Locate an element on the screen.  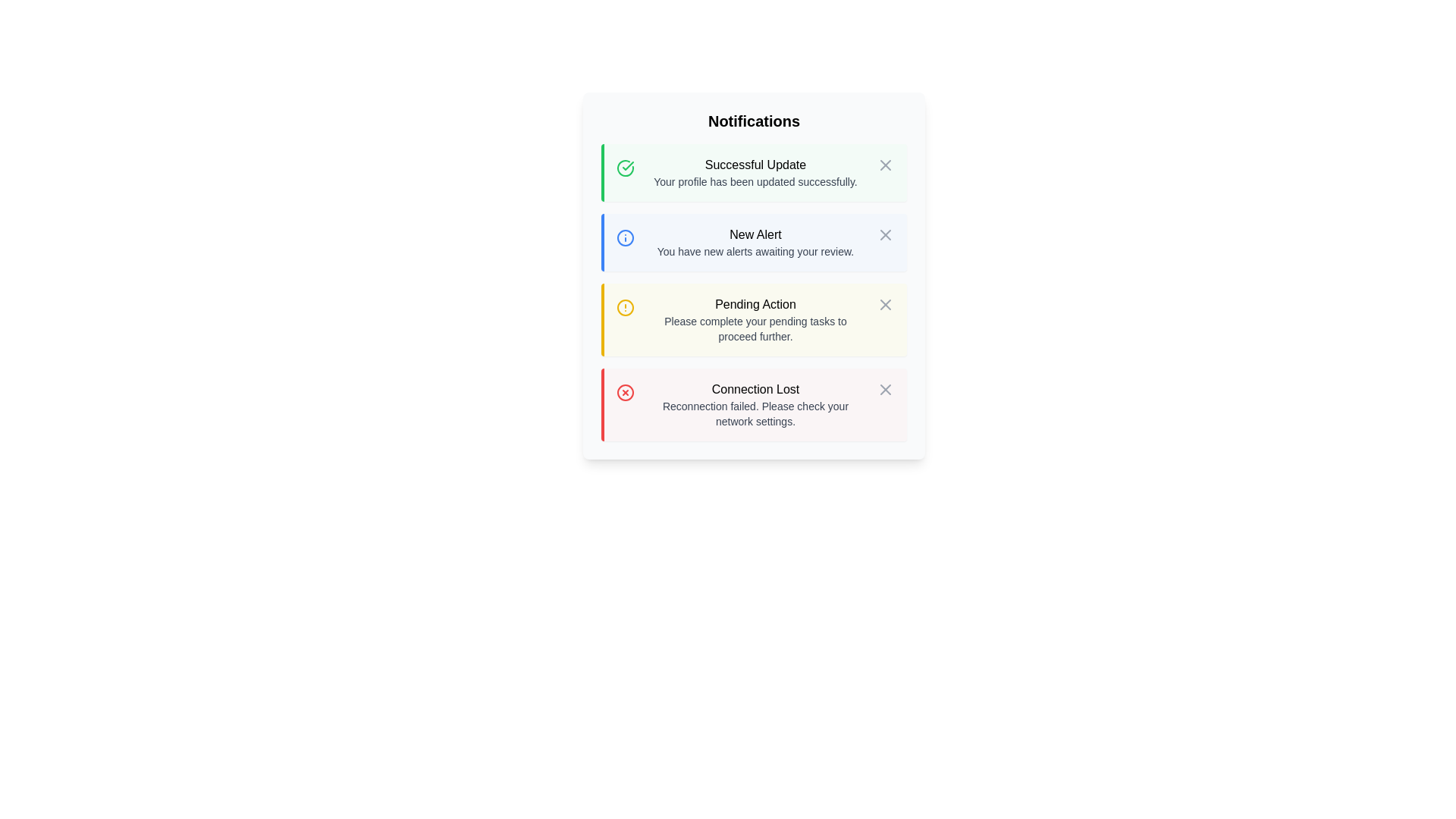
the 'Pending Action' text label in the third notification card from the top in the Notifications section is located at coordinates (755, 304).